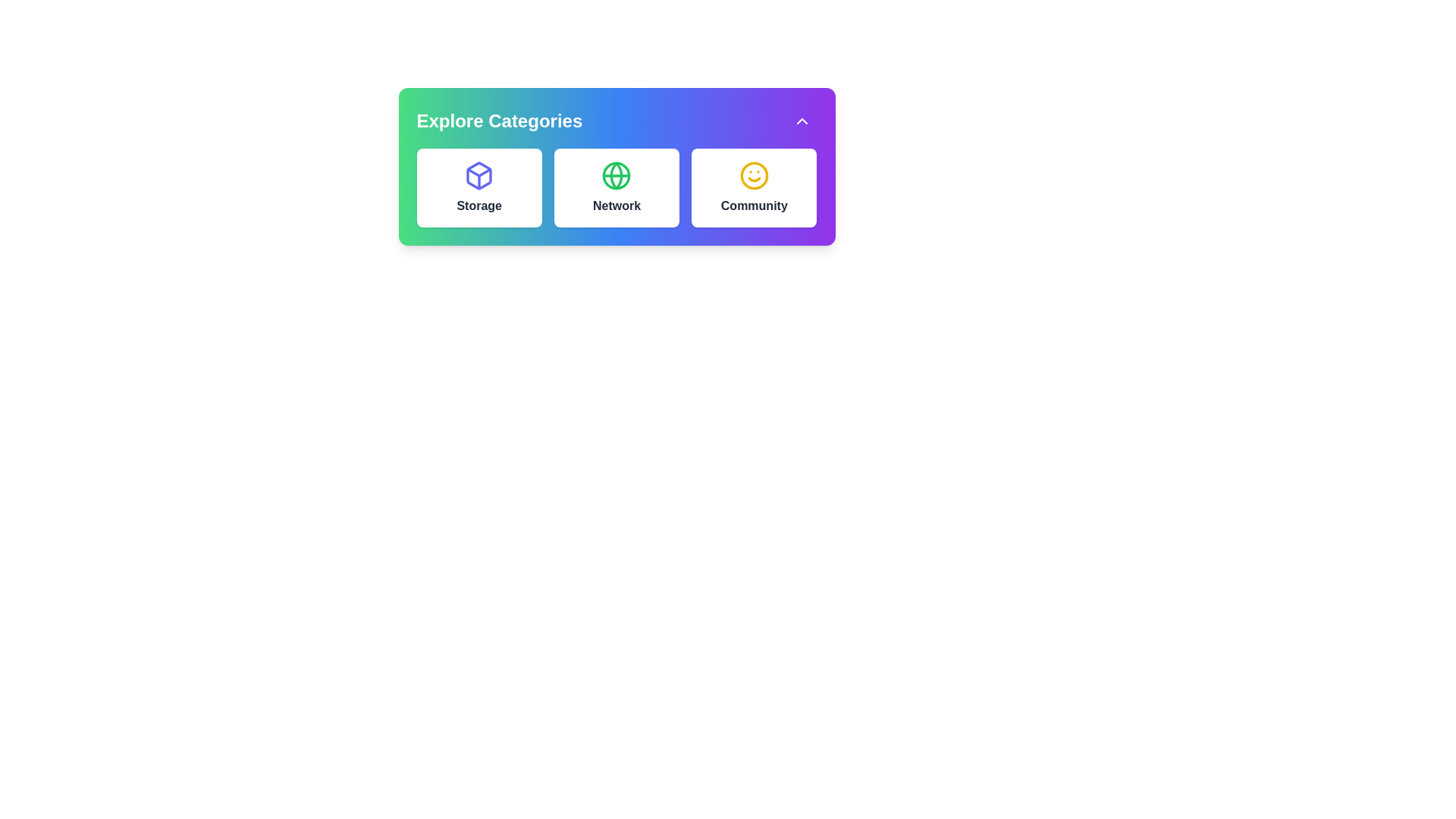 The height and width of the screenshot is (819, 1456). What do you see at coordinates (617, 174) in the screenshot?
I see `the globe-like icon with a green stroke located at the center of the 'Network' card` at bounding box center [617, 174].